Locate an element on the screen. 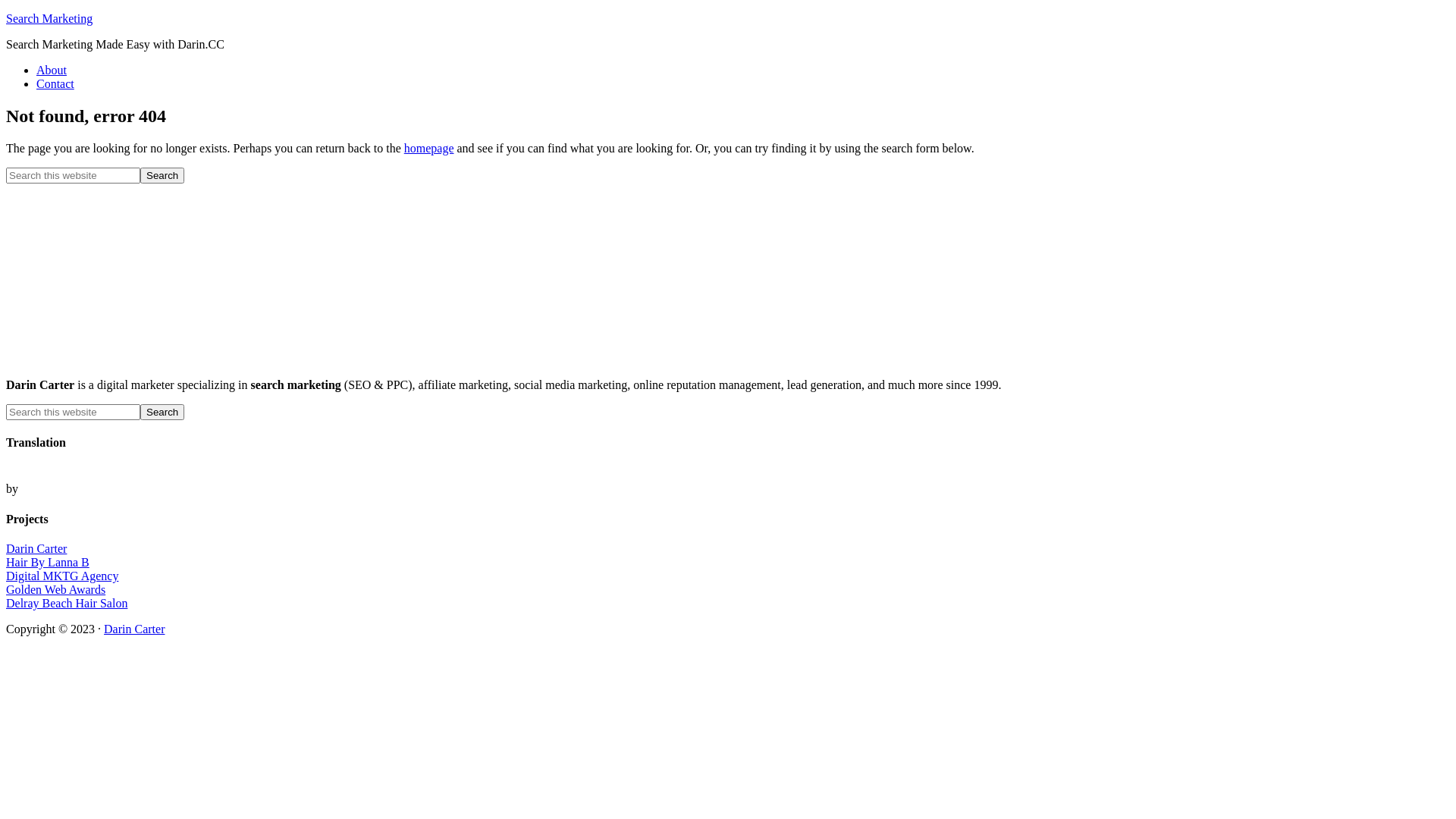  'Darin Carter' is located at coordinates (134, 629).